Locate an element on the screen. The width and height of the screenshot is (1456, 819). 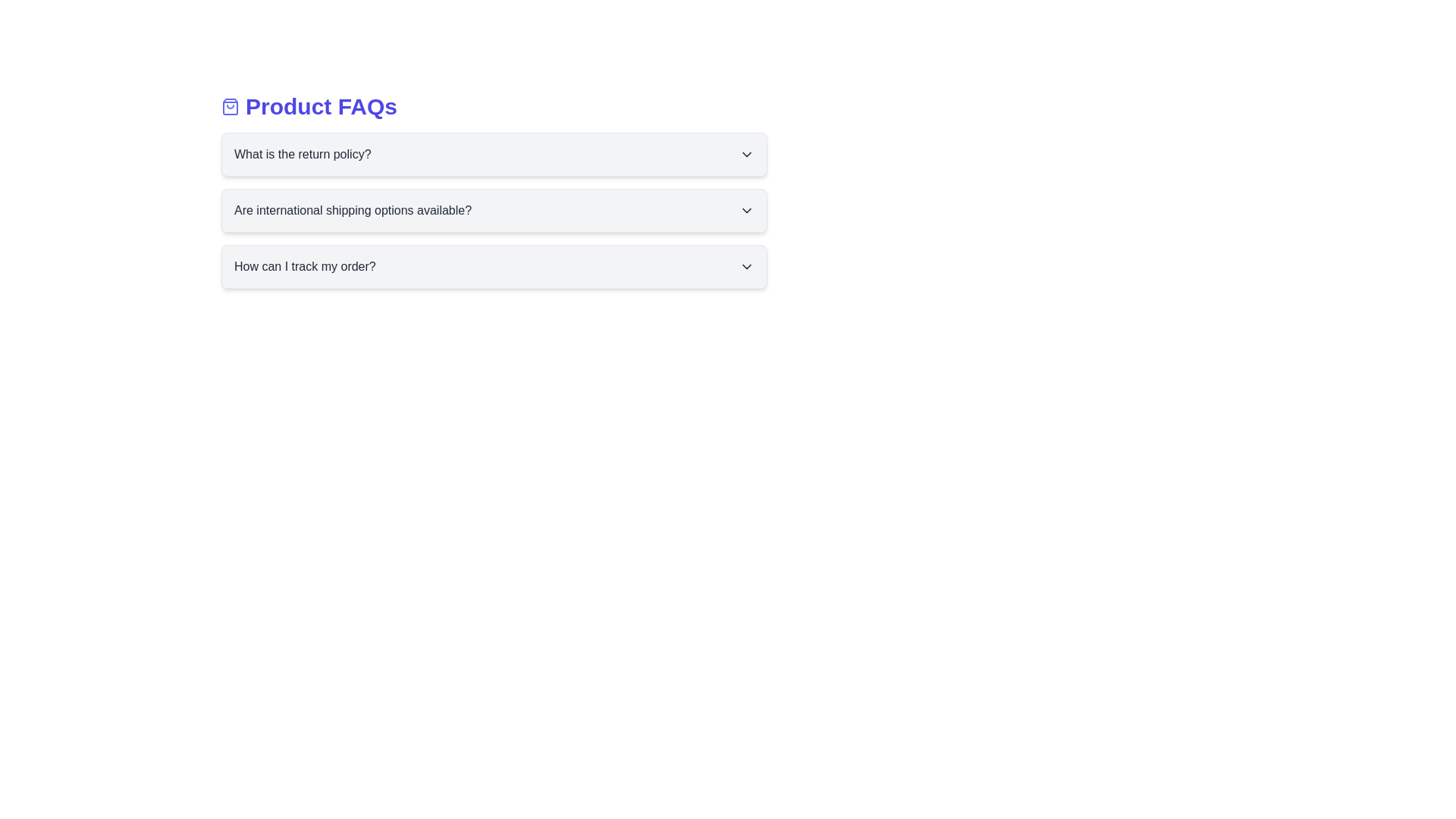
the chevron icon located at the right edge of the second FAQ item titled 'Are international shipping options available?' to potentially trigger a tooltip or visual effect is located at coordinates (746, 210).